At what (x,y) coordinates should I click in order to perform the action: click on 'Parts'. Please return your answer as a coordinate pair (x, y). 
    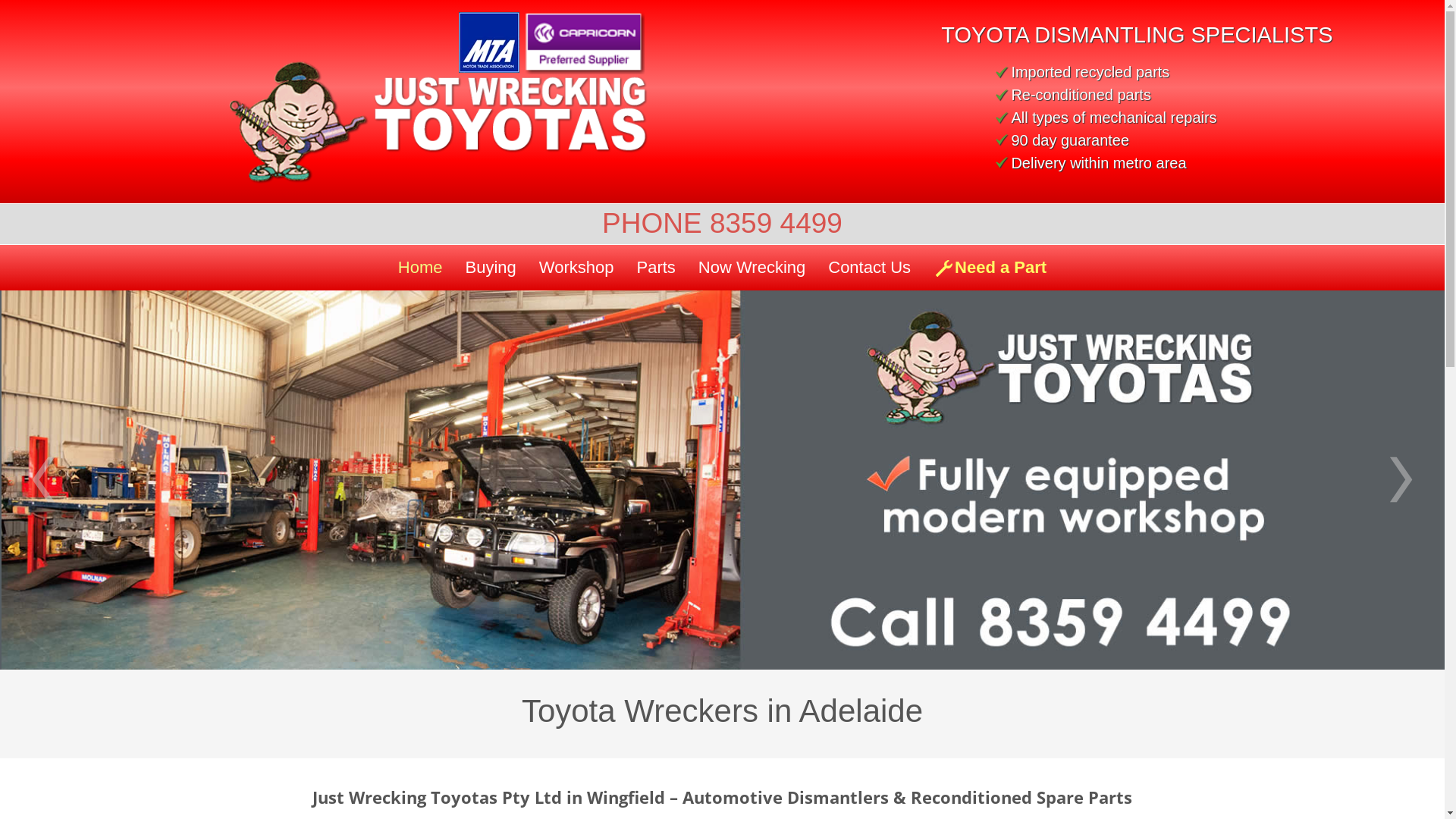
    Looking at the image, I should click on (655, 266).